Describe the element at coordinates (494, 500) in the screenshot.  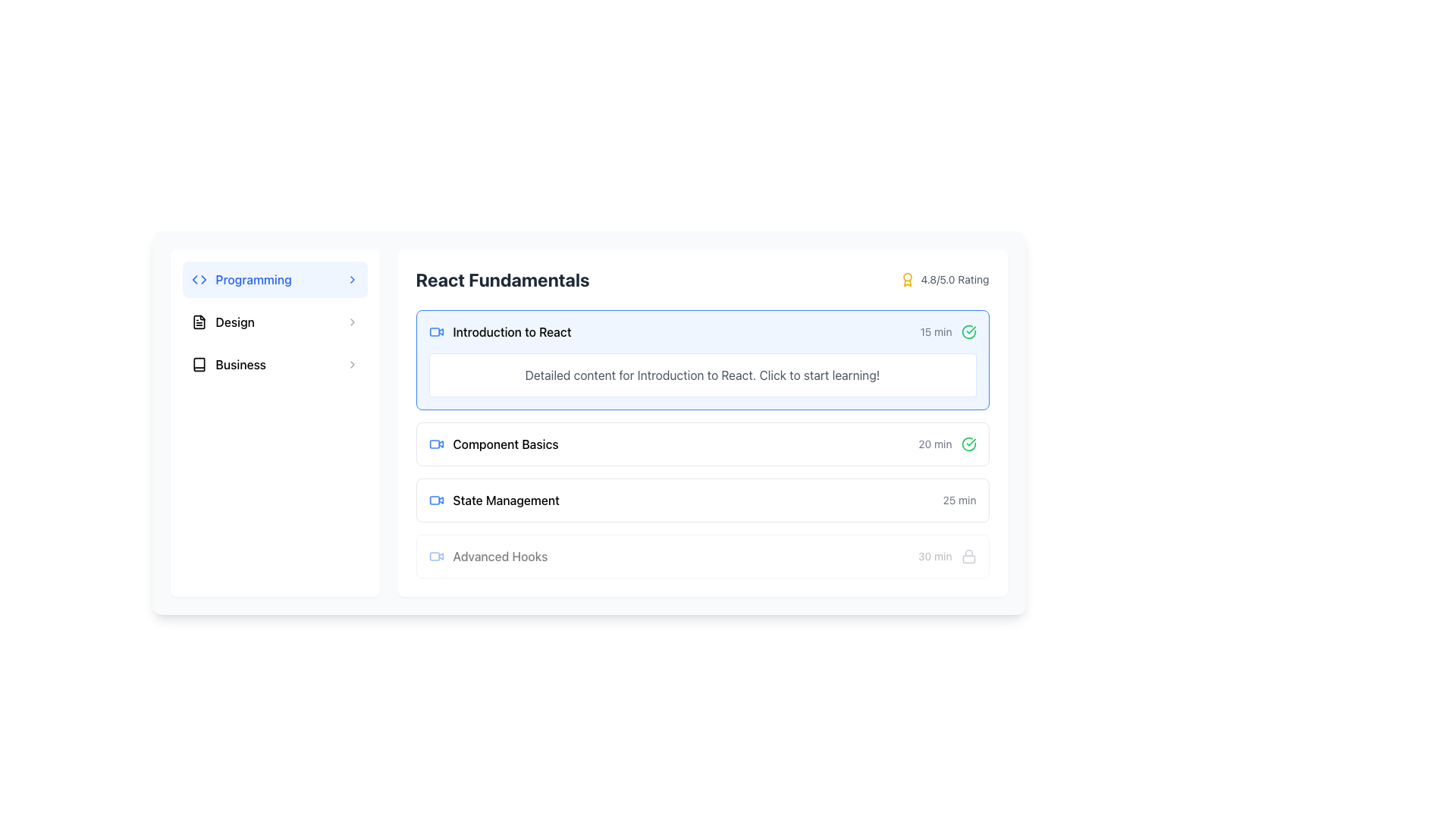
I see `the label with icon that serves as a title for a learning topic, positioned as the third item under 'React Fundamentals' to interact with it` at that location.